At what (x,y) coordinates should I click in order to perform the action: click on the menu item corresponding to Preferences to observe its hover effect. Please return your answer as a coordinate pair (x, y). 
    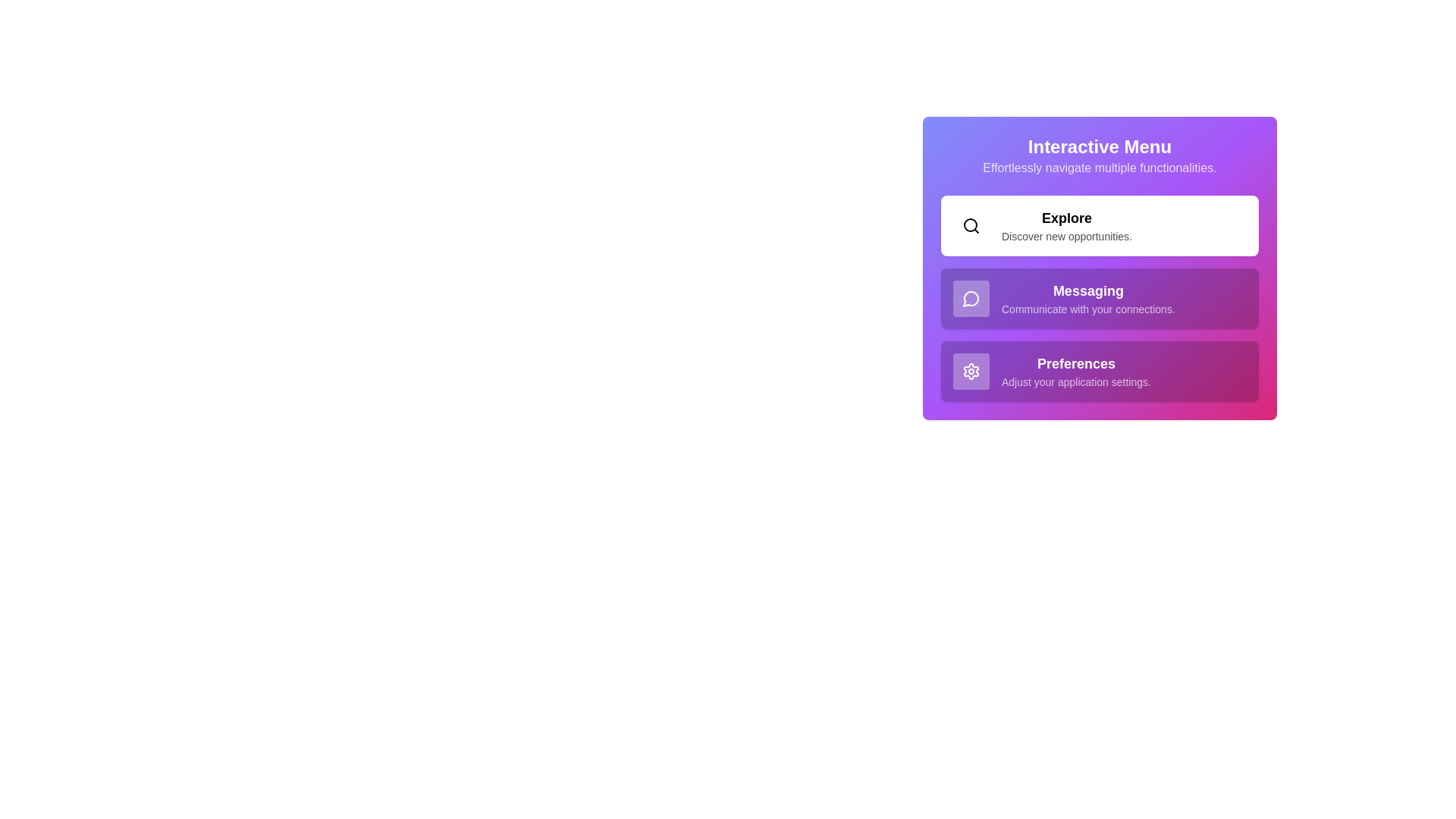
    Looking at the image, I should click on (1100, 371).